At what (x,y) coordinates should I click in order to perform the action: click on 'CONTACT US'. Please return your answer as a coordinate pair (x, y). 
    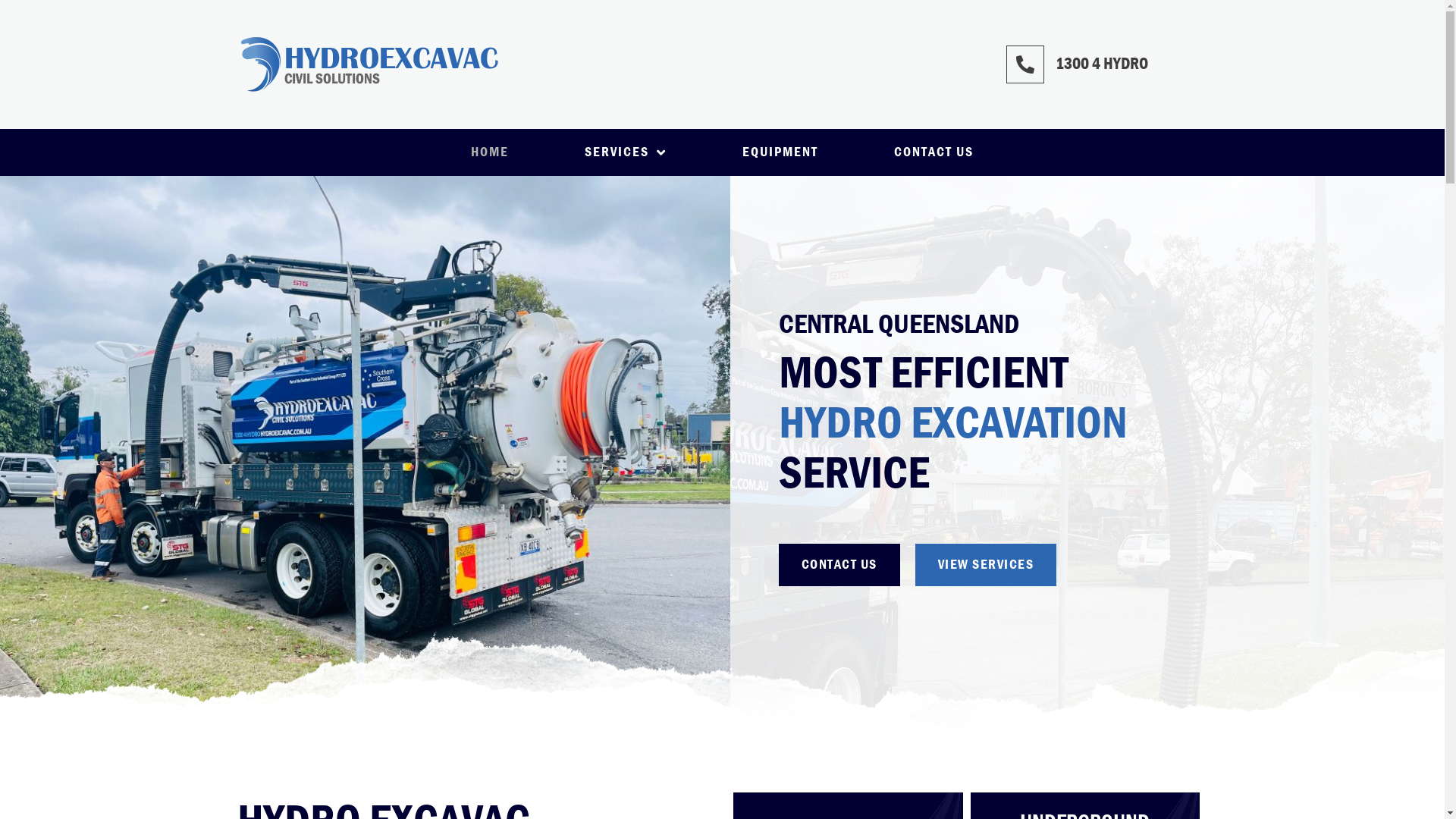
    Looking at the image, I should click on (855, 152).